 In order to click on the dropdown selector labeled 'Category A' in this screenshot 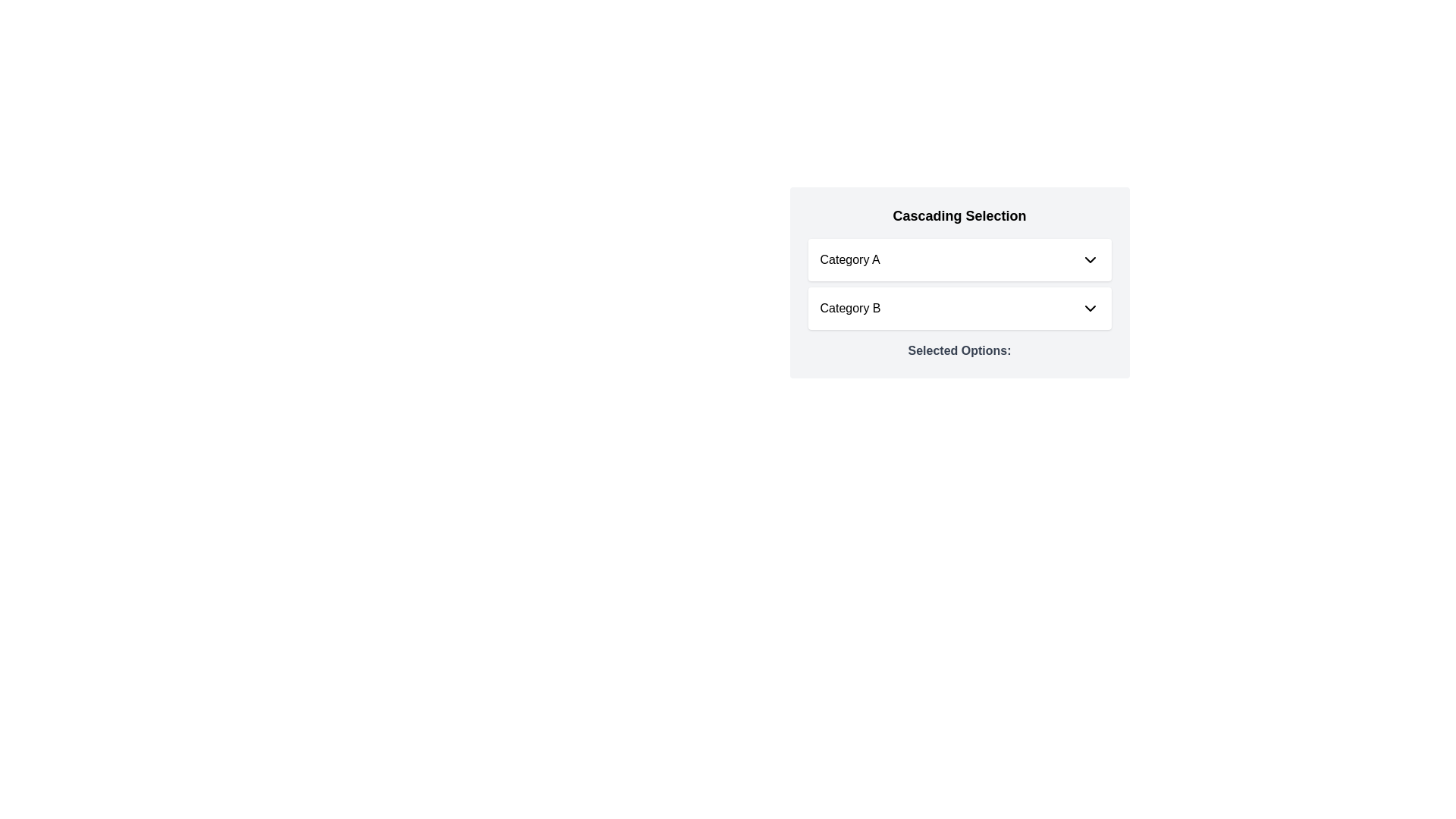, I will do `click(959, 259)`.